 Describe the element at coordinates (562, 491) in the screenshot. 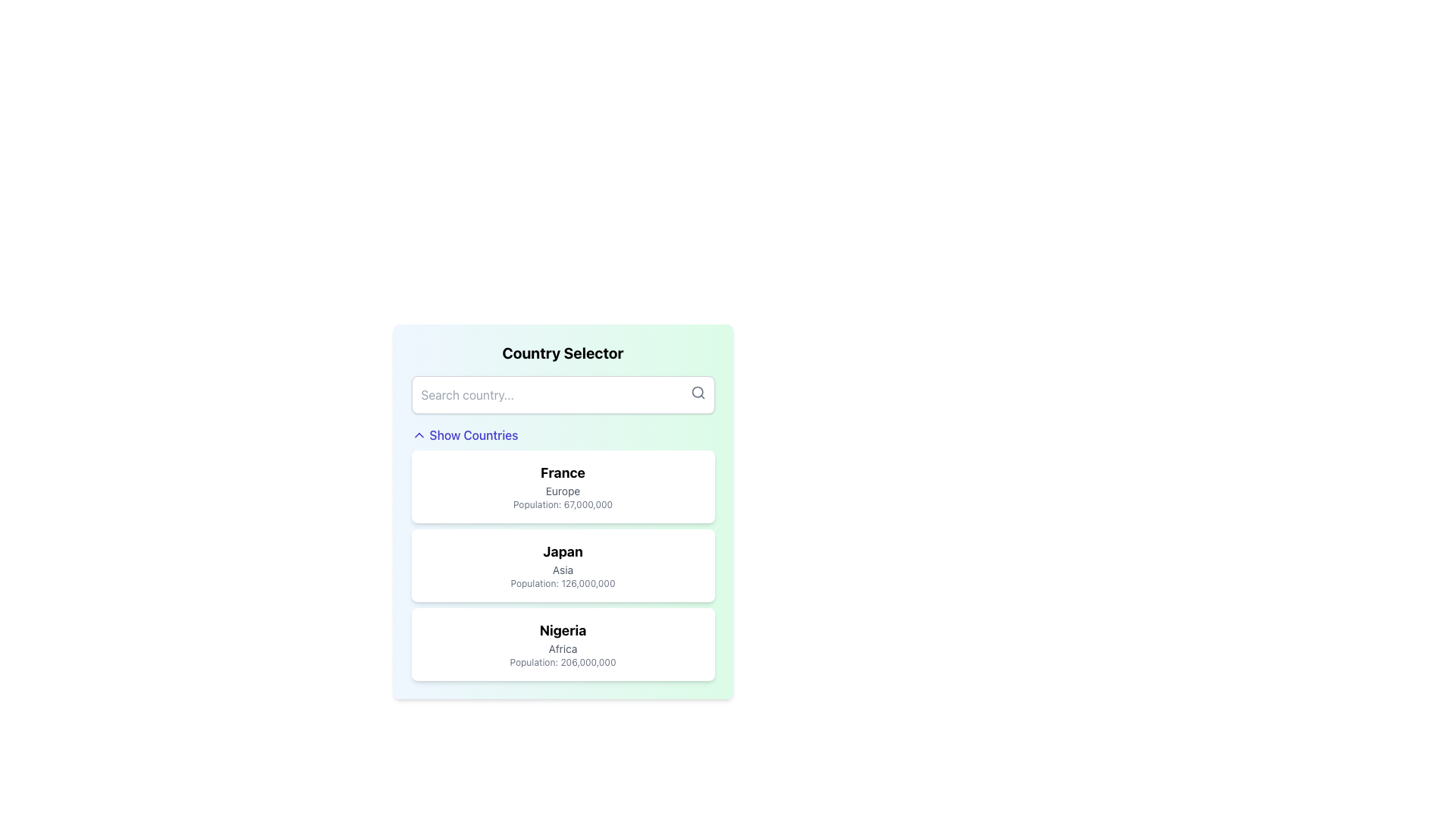

I see `the static text display showing 'Europe', which is styled in a smaller, gray font and located below the title 'France' within a rounded rectangle card` at that location.